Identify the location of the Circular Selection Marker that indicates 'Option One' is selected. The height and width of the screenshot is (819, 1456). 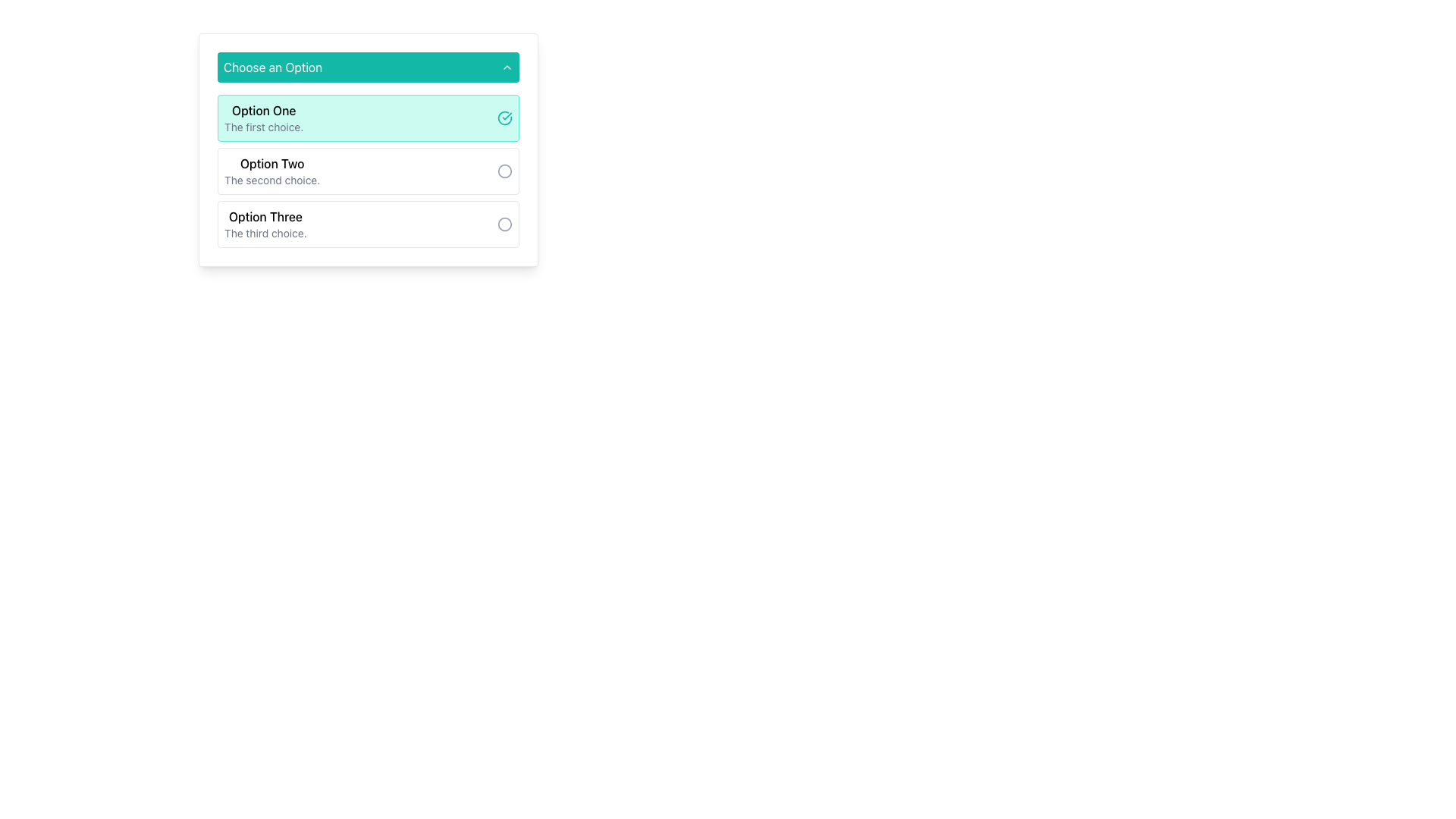
(505, 117).